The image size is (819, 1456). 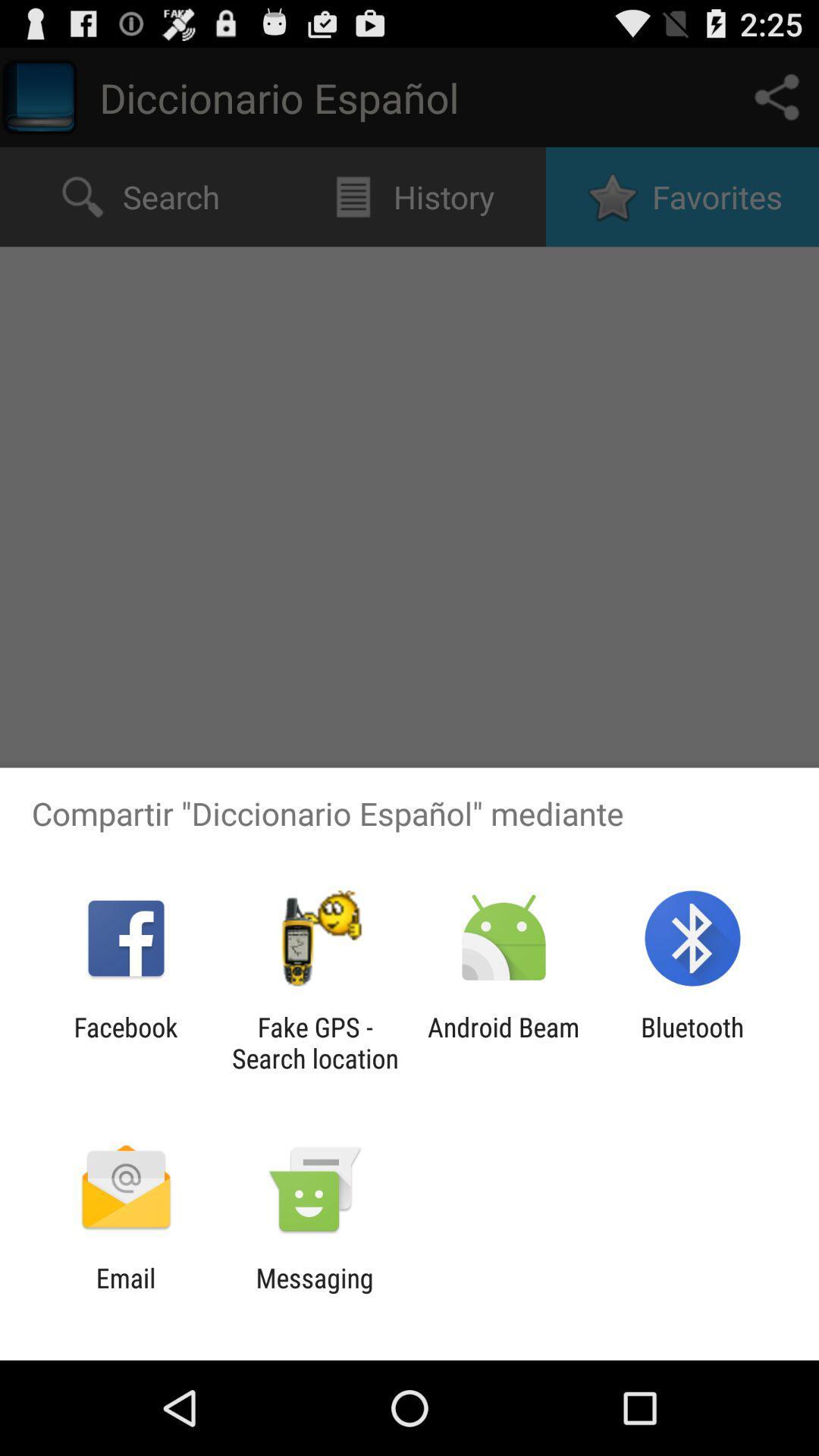 What do you see at coordinates (125, 1293) in the screenshot?
I see `item next to messaging app` at bounding box center [125, 1293].